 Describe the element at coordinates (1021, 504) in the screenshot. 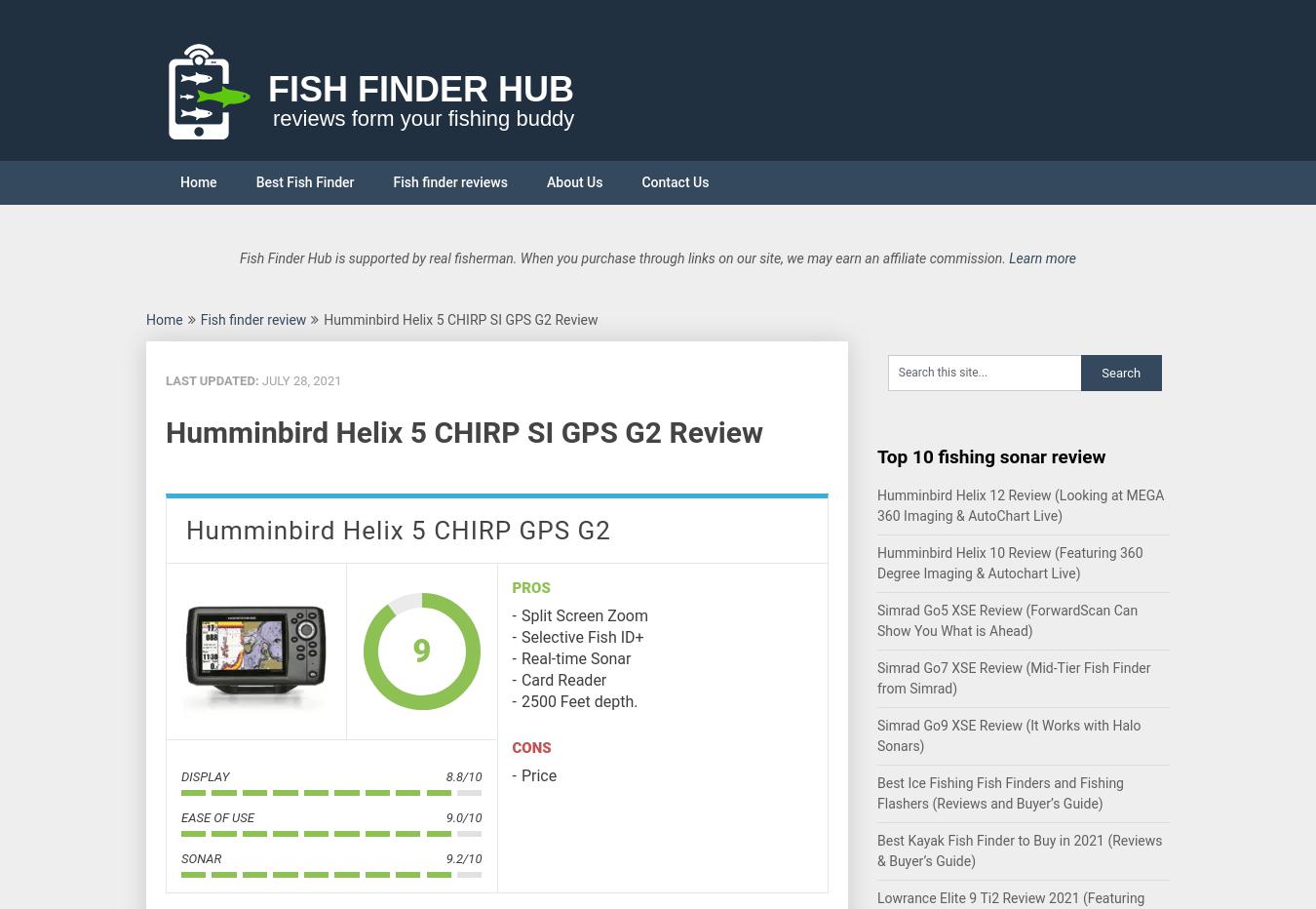

I see `'Humminbird Helix 12 Review (Looking at MEGA 360 Imaging & AutoChart Live)'` at that location.